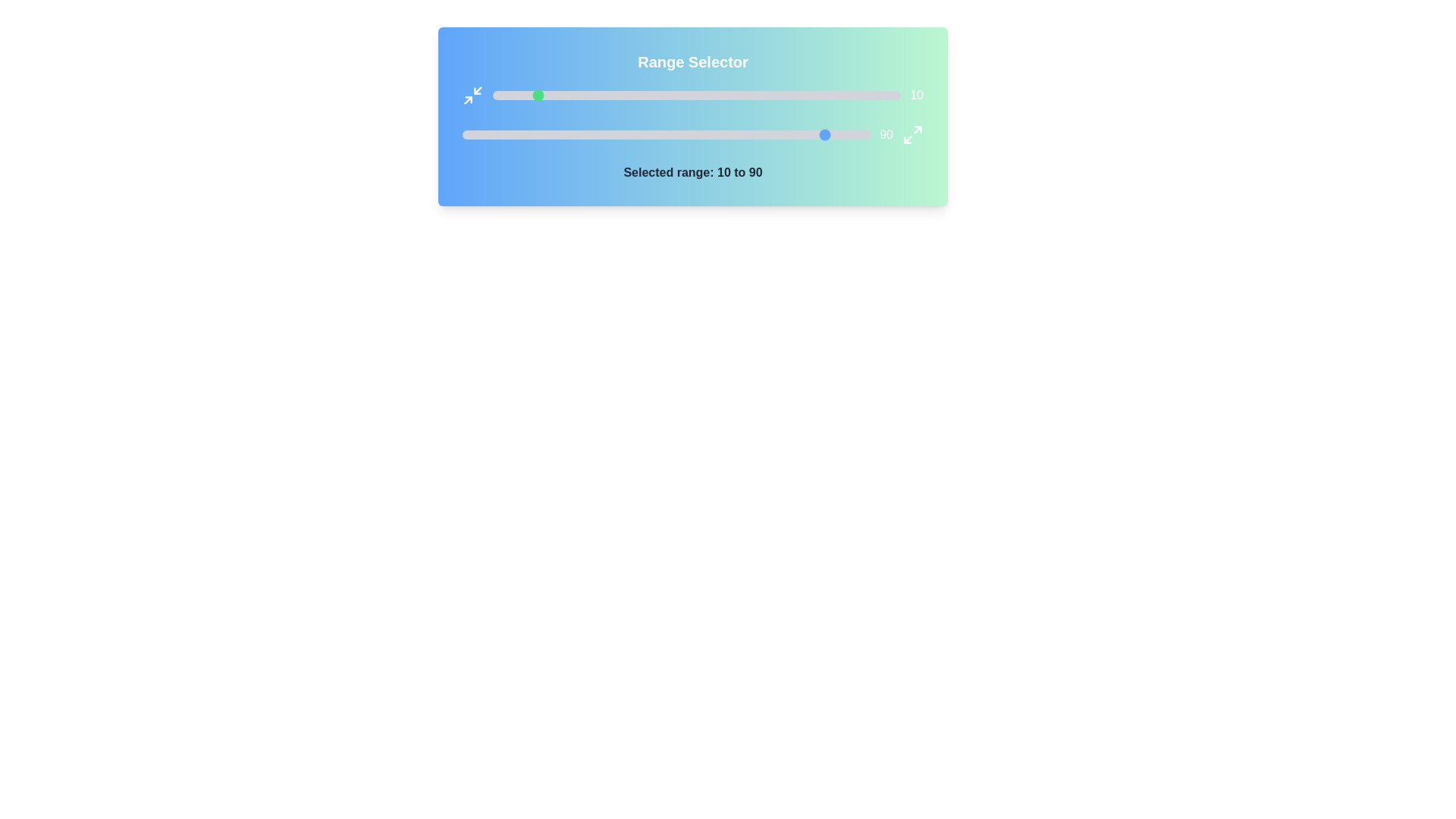  What do you see at coordinates (667, 133) in the screenshot?
I see `the horizontal range slider with a gray track and blue accent, positioned below the label '90' to trigger tooltips or focus effects` at bounding box center [667, 133].